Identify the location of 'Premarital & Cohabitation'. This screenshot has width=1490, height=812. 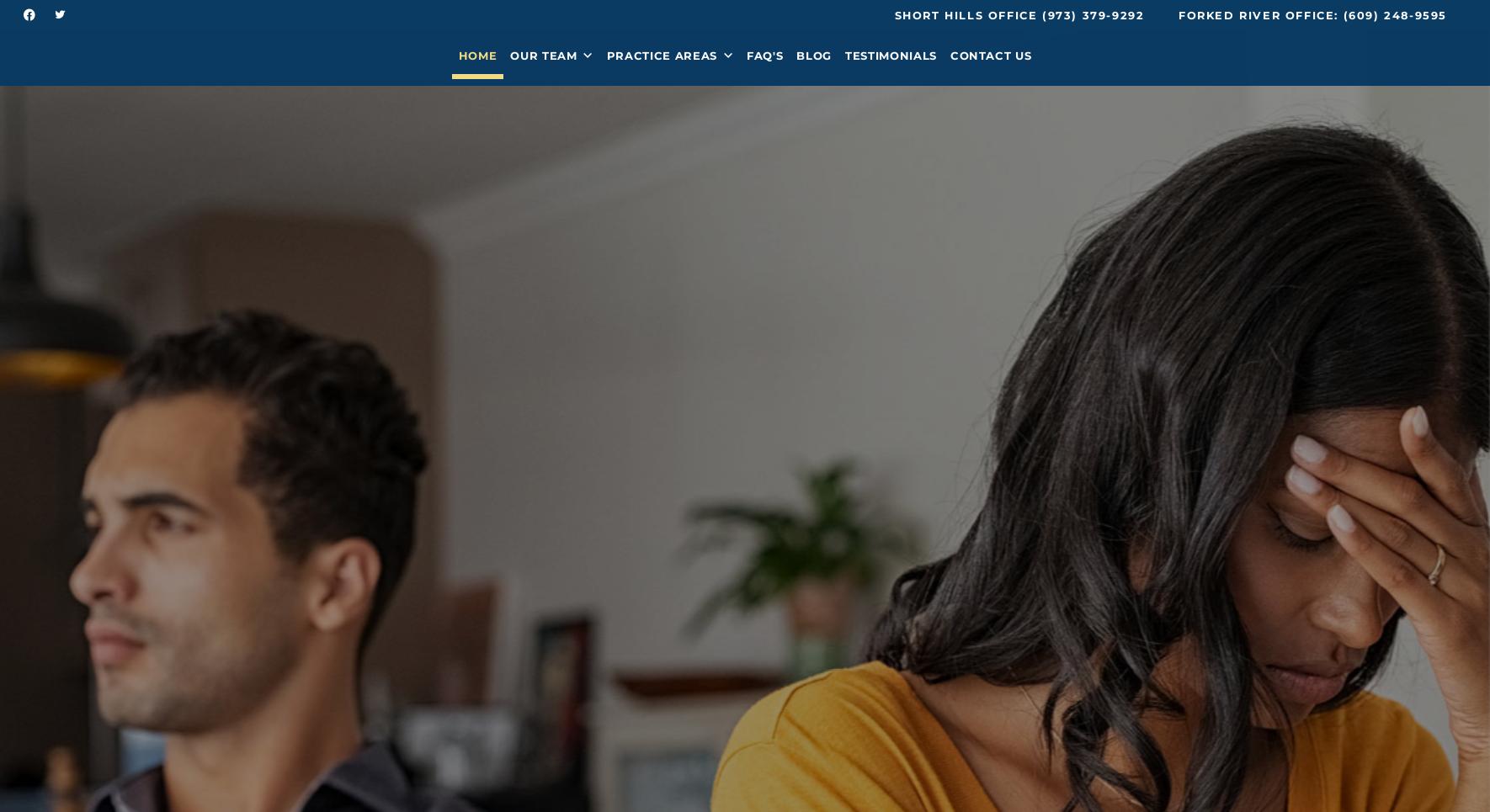
(592, 199).